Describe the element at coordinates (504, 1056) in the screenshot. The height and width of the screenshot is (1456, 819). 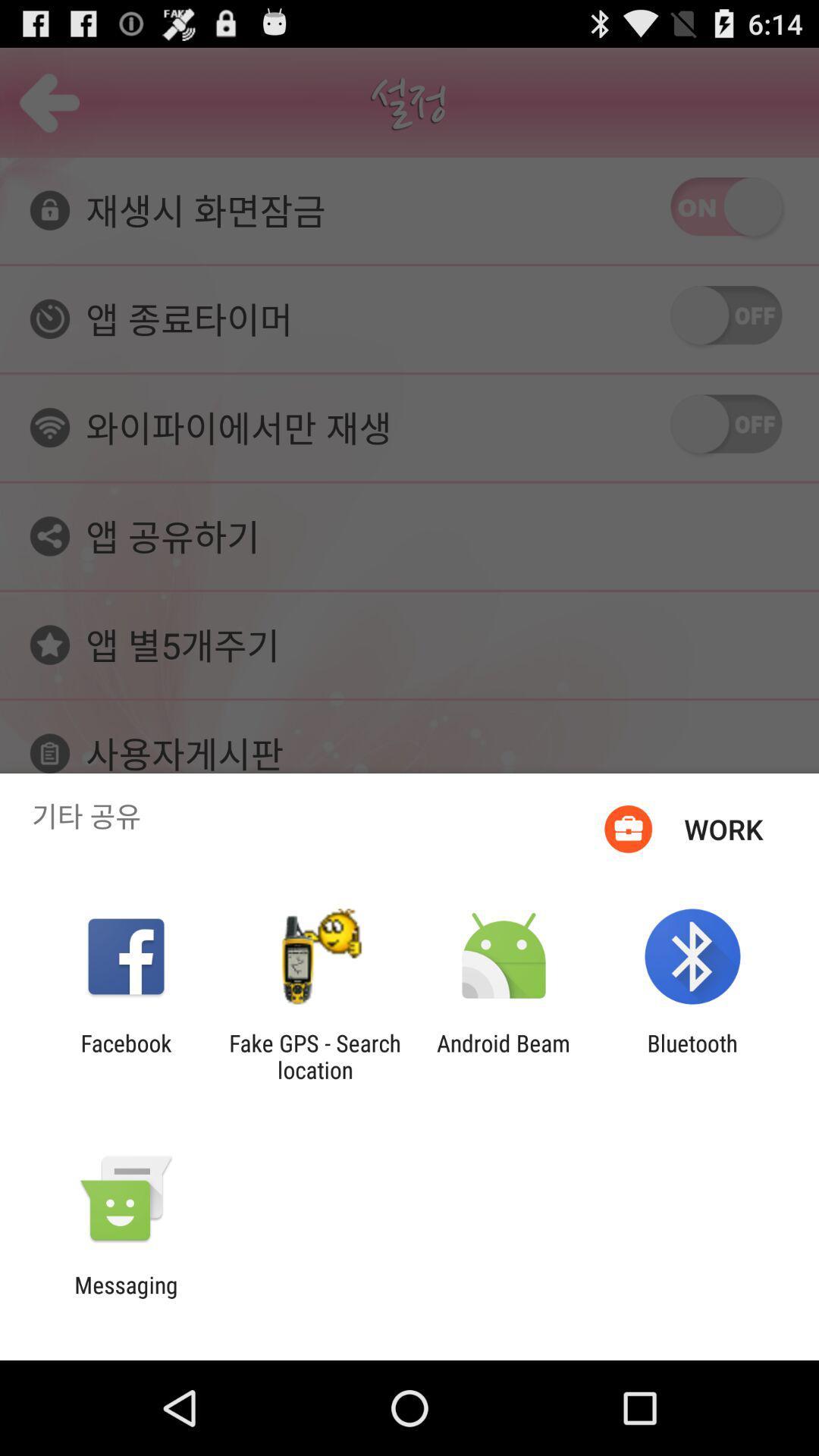
I see `the icon next to bluetooth item` at that location.